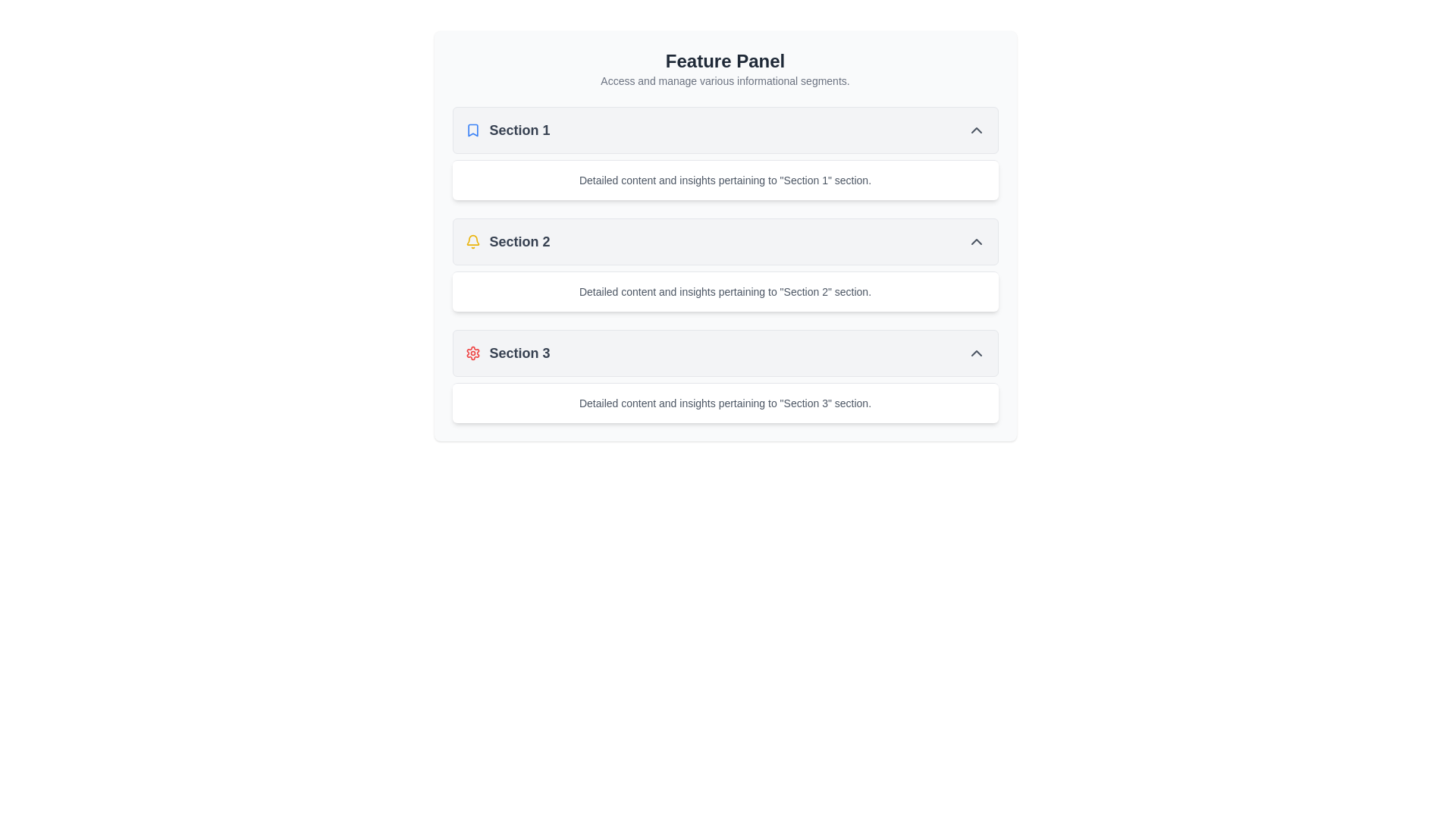 The width and height of the screenshot is (1456, 819). I want to click on the red gear icon for settings located in 'Section 3', so click(472, 353).